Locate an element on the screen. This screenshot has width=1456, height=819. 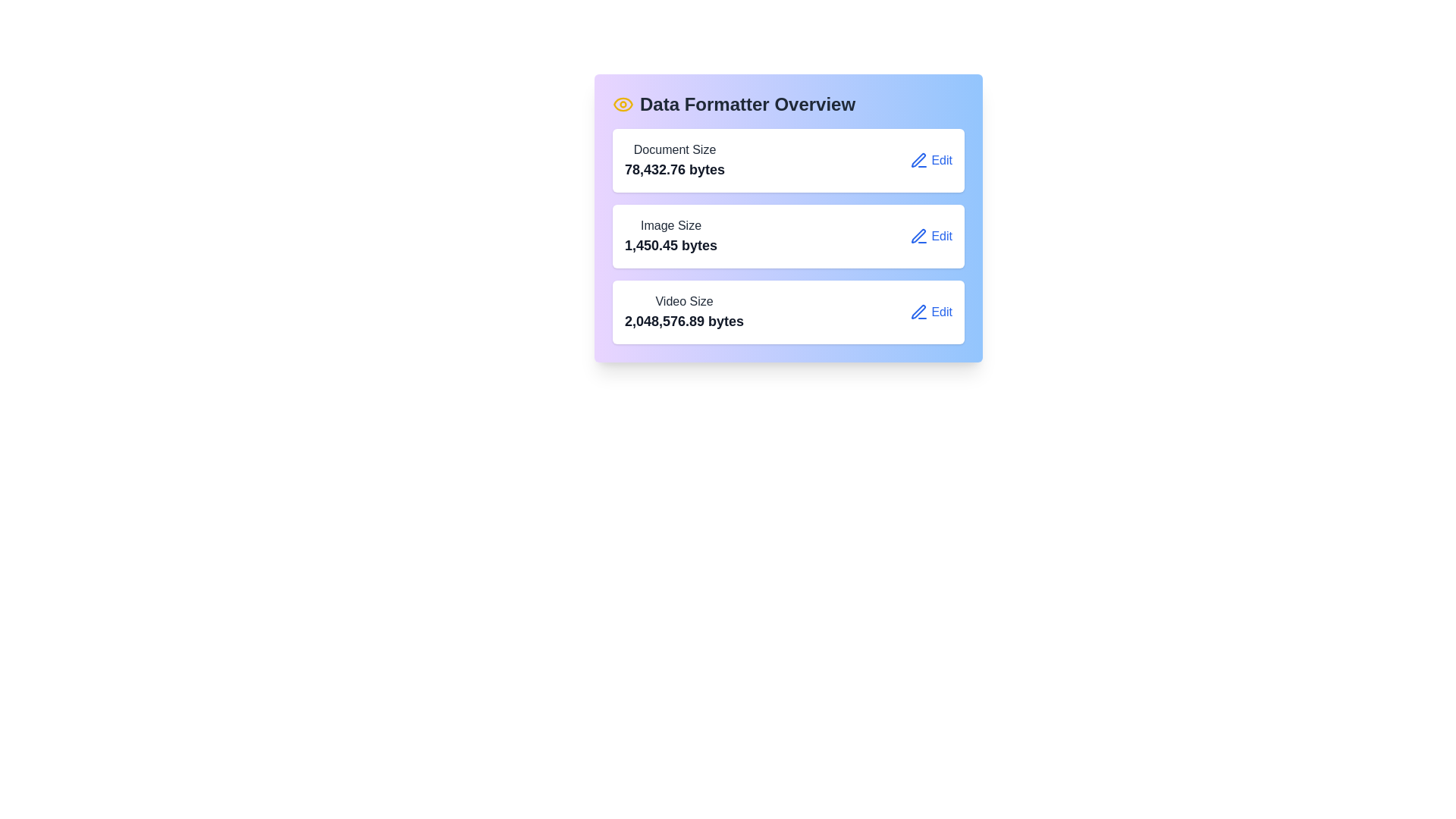
the static text label that describes the video size '2,048,576.89 bytes' in the data formatter interface, positioned above the numerical value it describes is located at coordinates (683, 301).